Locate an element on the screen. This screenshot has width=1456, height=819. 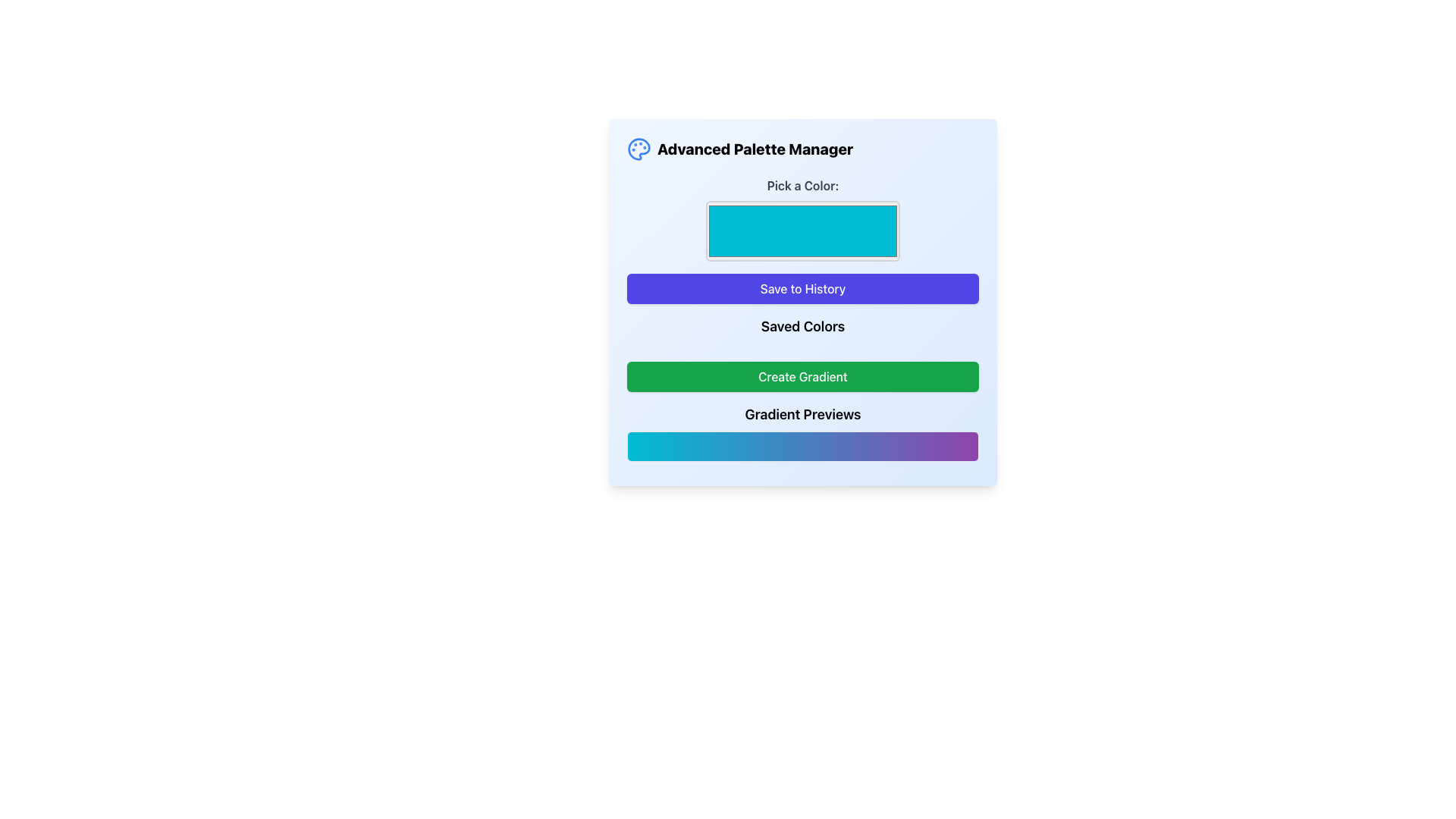
the 'Save to History' button with a solid indigo background and white text, located below the 'Pick a Color:' text and above the 'Saved Colors' label is located at coordinates (802, 302).